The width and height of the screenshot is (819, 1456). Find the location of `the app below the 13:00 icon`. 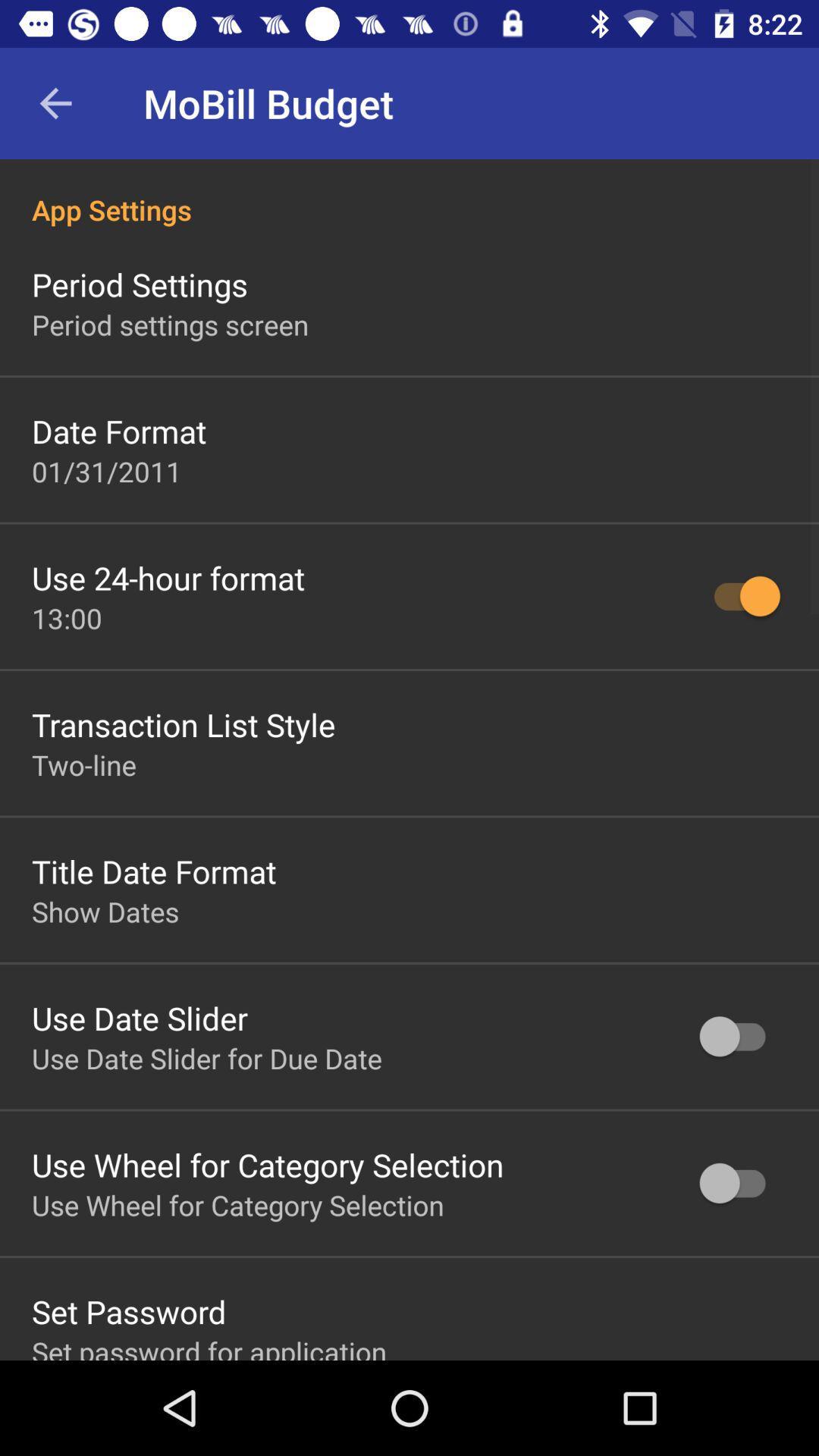

the app below the 13:00 icon is located at coordinates (183, 723).